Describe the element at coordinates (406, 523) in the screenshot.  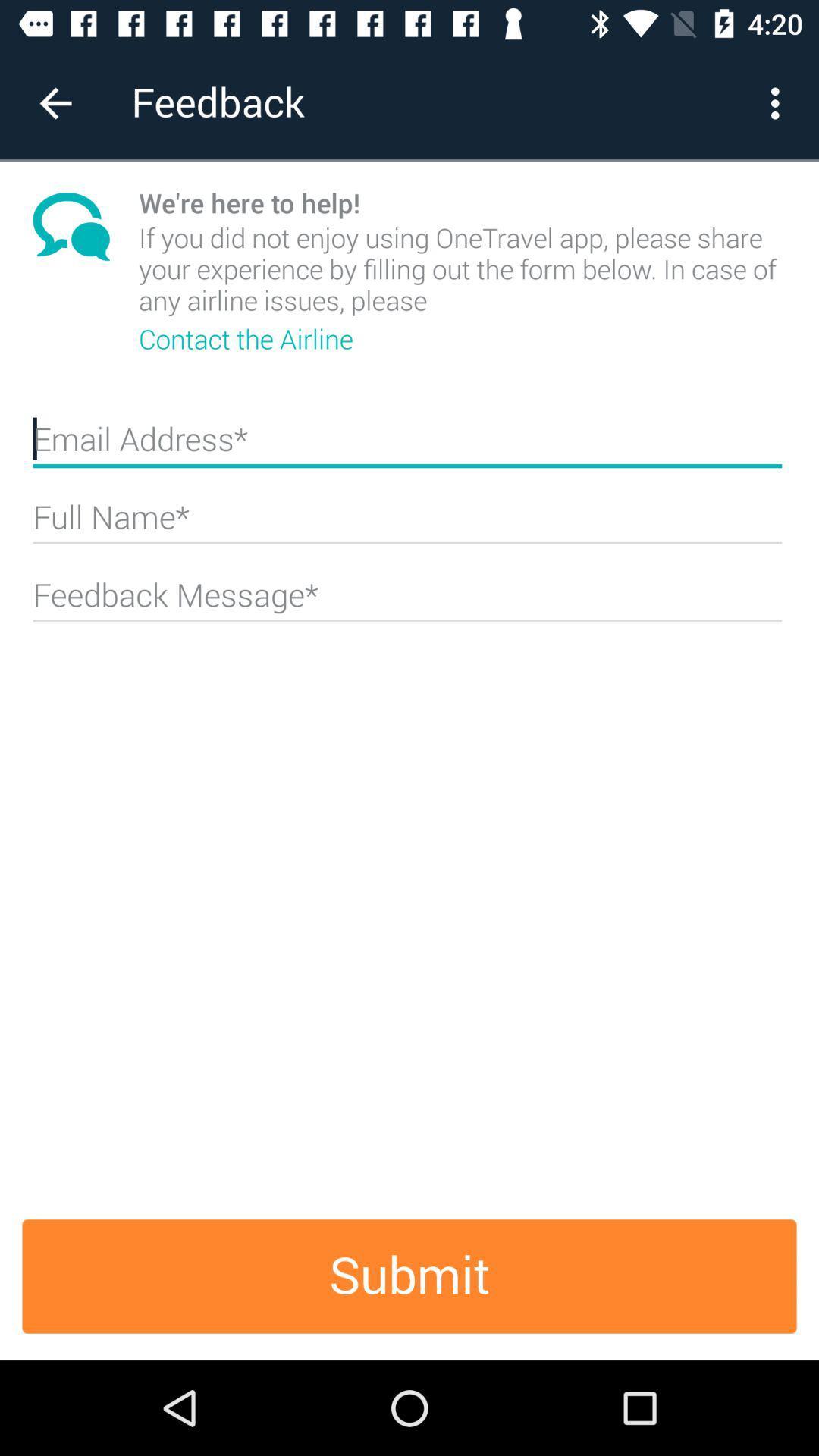
I see `fill in name` at that location.